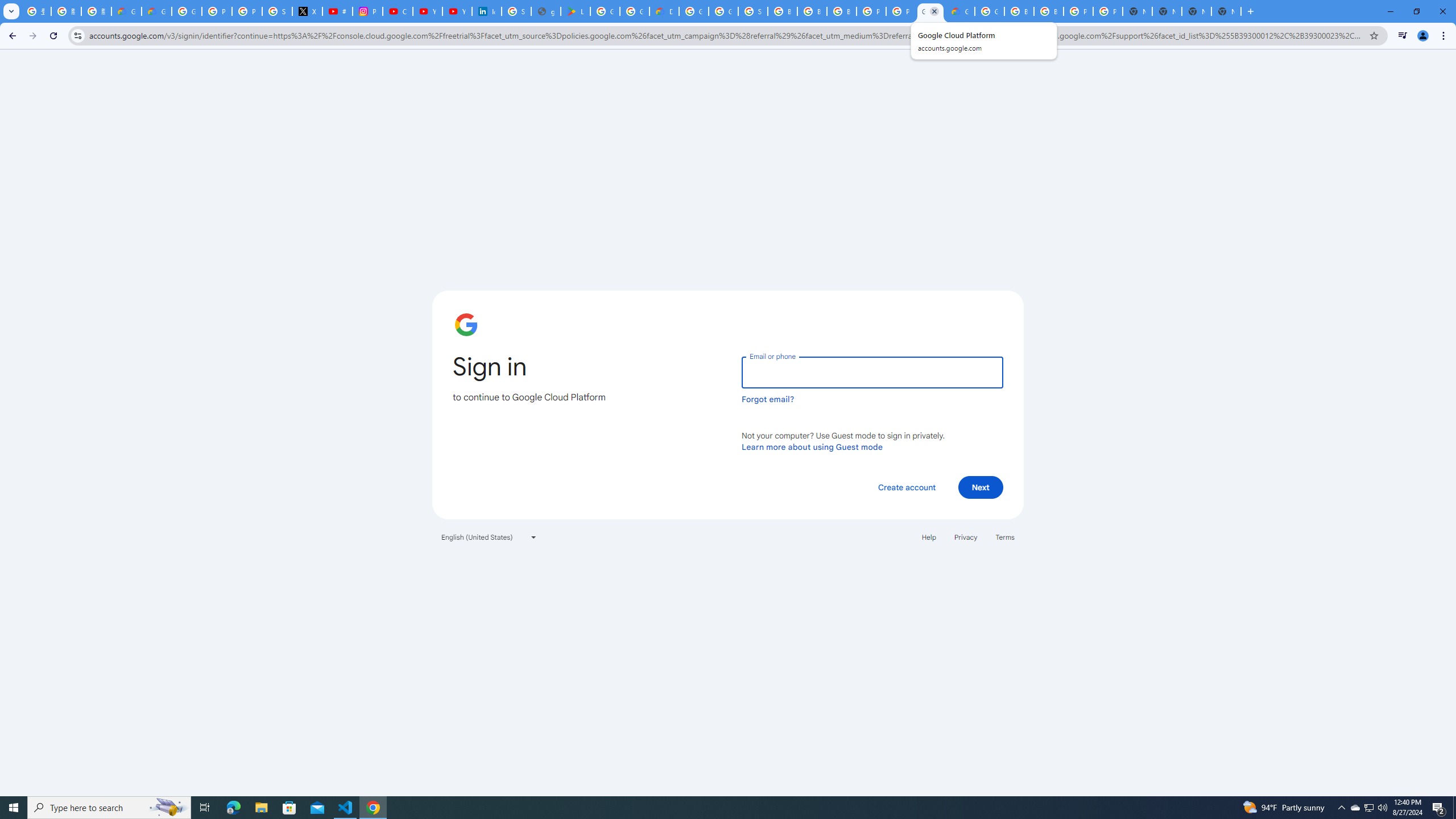  Describe the element at coordinates (1226, 11) in the screenshot. I see `'New Tab'` at that location.